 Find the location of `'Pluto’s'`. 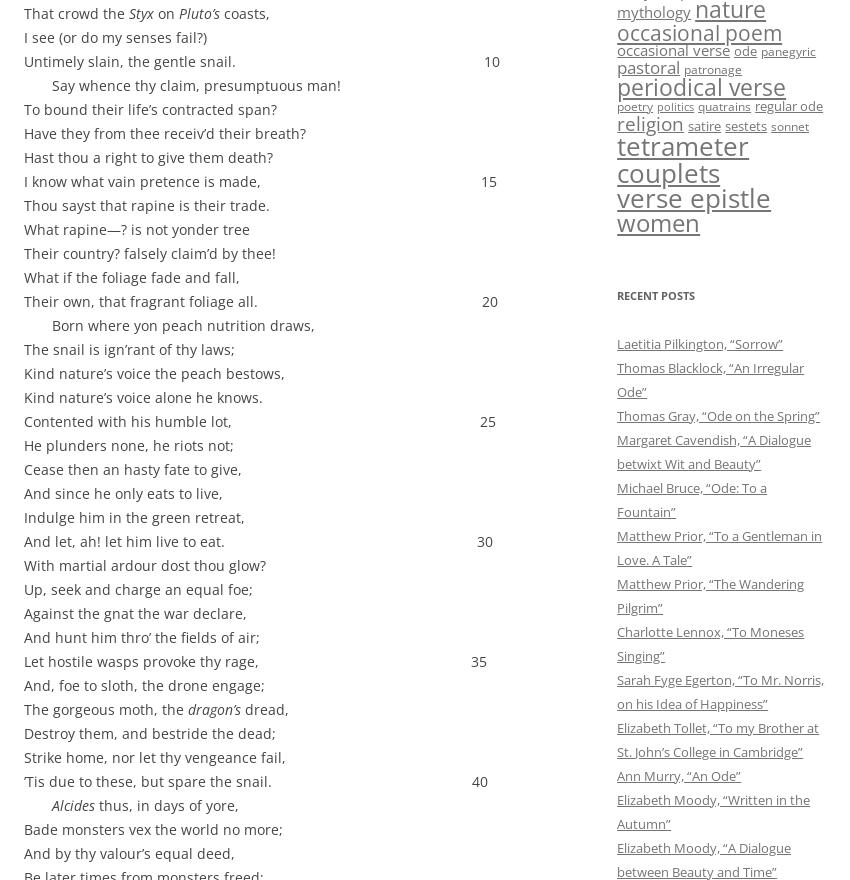

'Pluto’s' is located at coordinates (198, 12).